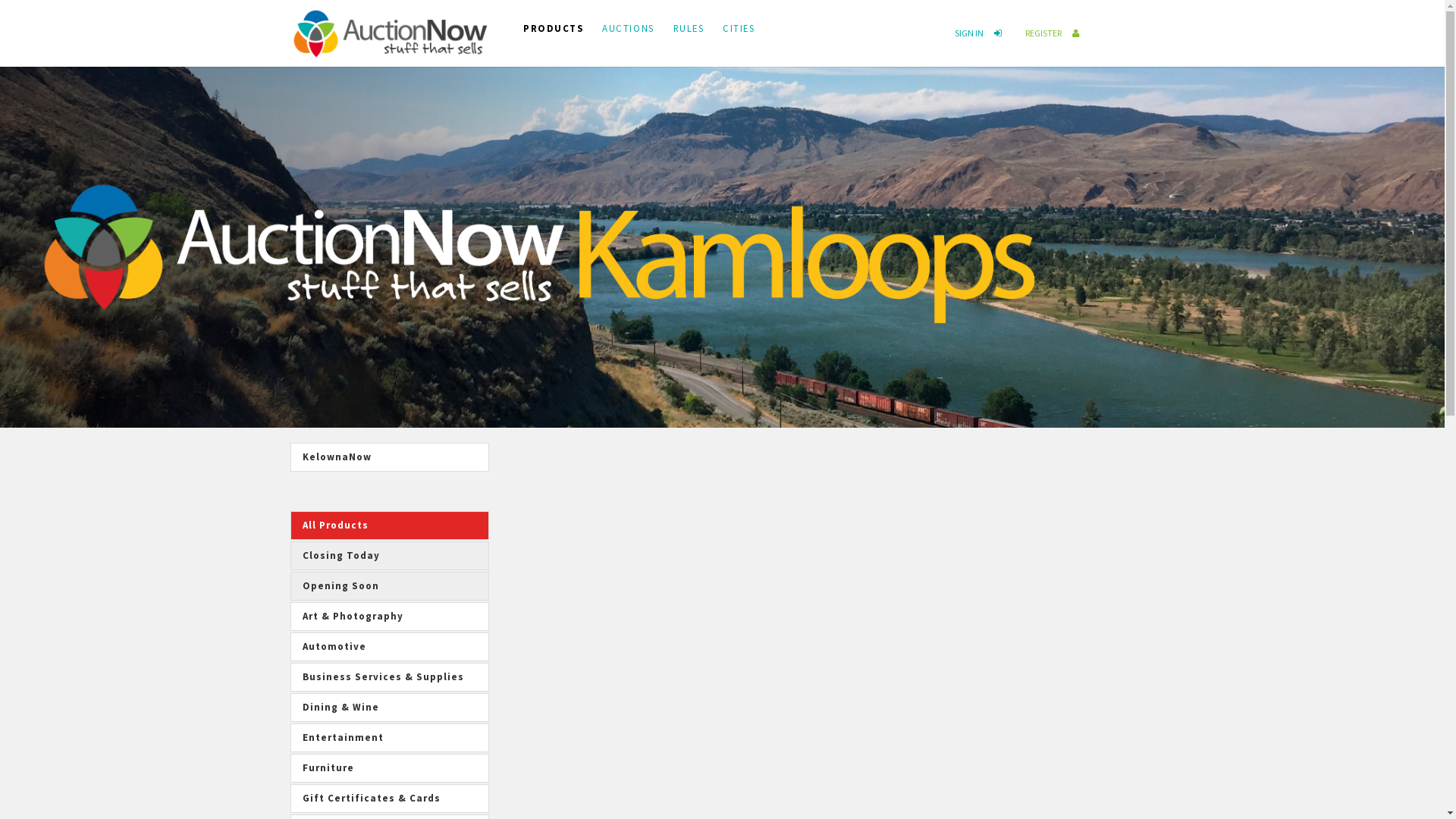  Describe the element at coordinates (981, 33) in the screenshot. I see `'SIGN IN  '` at that location.